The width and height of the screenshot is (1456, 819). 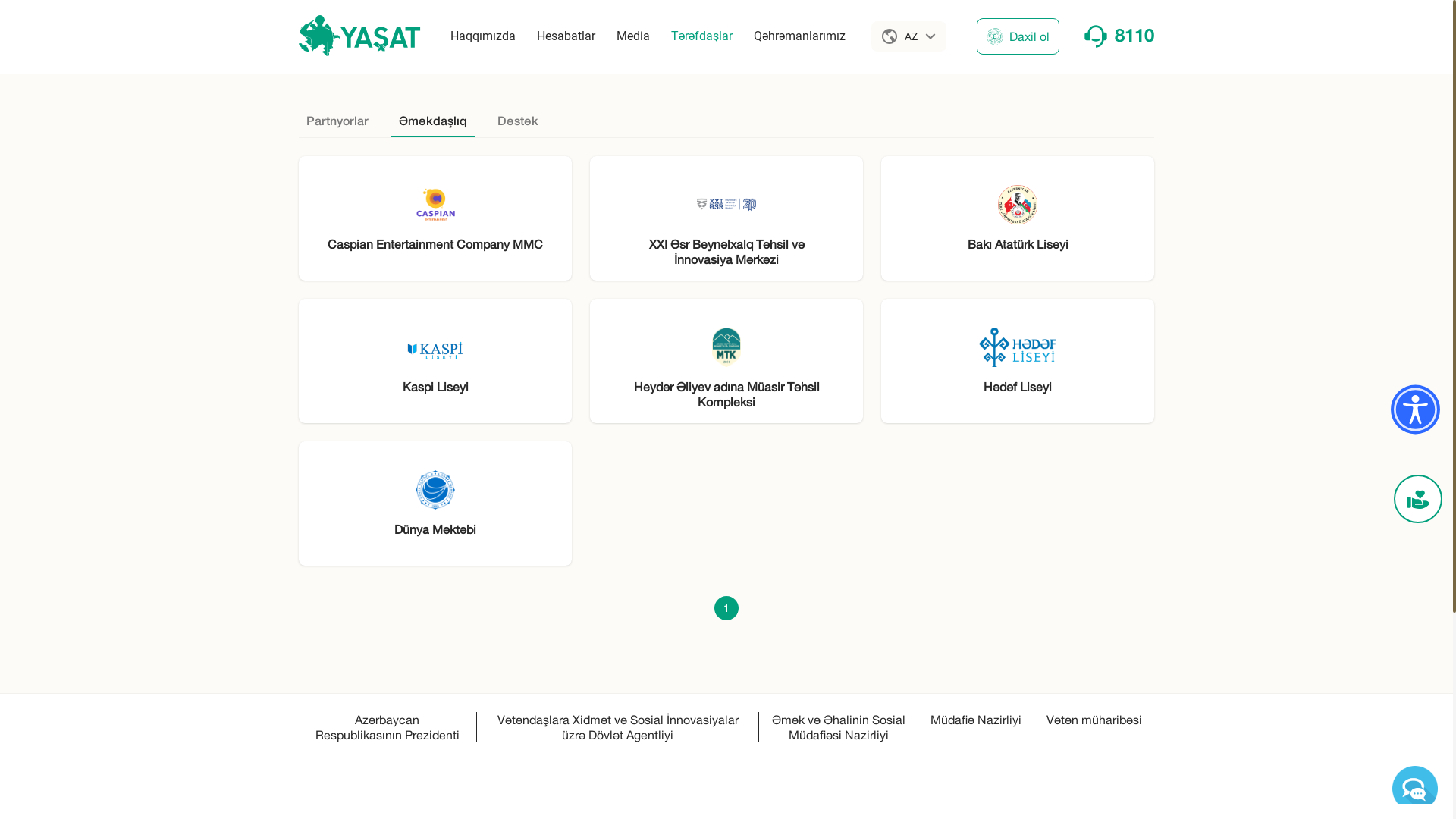 I want to click on 'Partnyorlar', so click(x=337, y=112).